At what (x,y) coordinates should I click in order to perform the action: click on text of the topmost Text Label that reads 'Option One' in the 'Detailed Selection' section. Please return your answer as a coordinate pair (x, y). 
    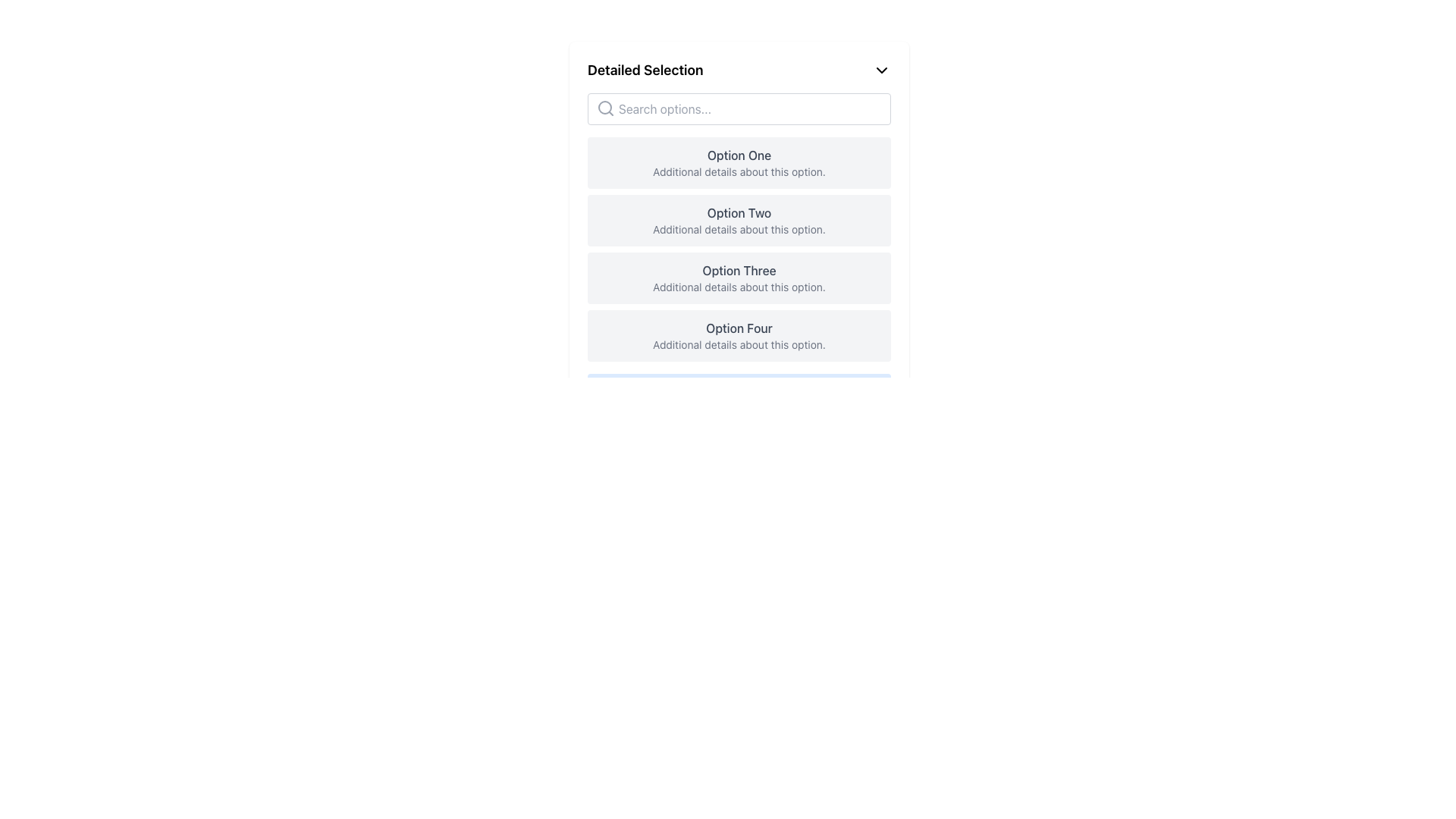
    Looking at the image, I should click on (739, 155).